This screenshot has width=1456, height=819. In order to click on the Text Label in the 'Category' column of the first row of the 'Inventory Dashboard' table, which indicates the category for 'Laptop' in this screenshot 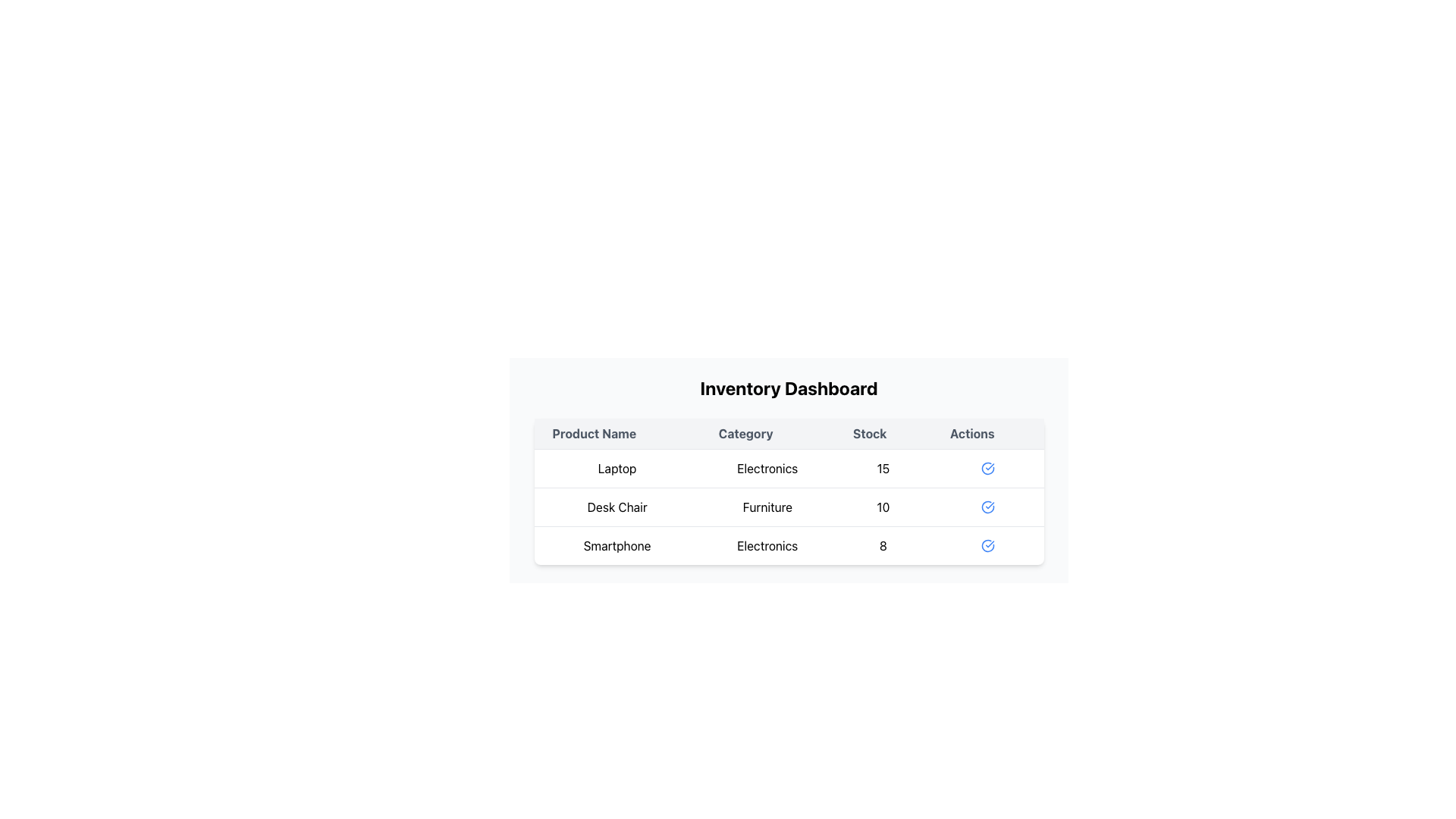, I will do `click(767, 467)`.